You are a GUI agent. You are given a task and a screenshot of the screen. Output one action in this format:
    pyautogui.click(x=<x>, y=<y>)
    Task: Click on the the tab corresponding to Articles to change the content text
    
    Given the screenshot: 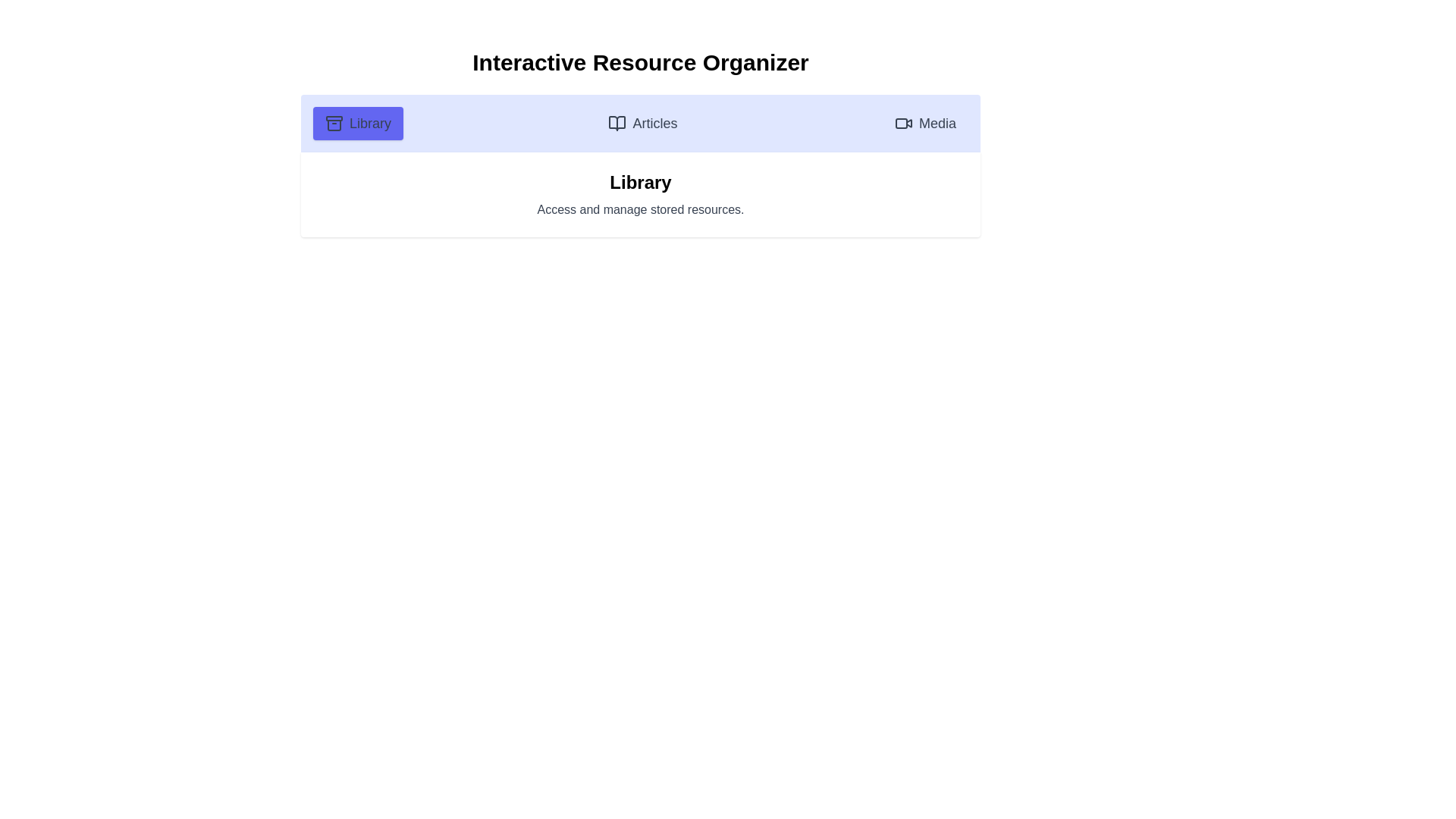 What is the action you would take?
    pyautogui.click(x=643, y=122)
    